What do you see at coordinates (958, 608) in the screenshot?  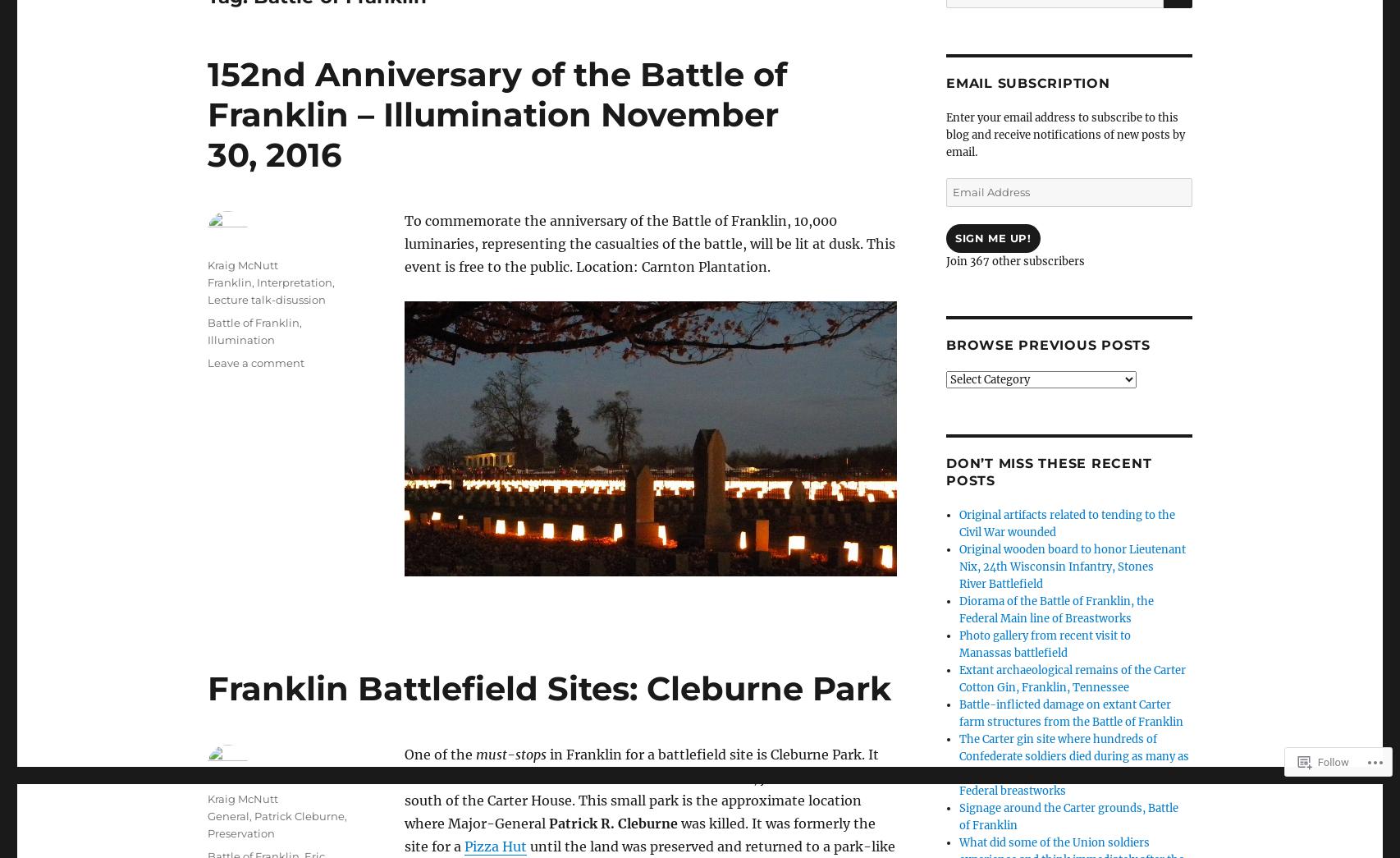 I see `'Diorama of the Battle of Franklin, the Federal Main line of Breastworks'` at bounding box center [958, 608].